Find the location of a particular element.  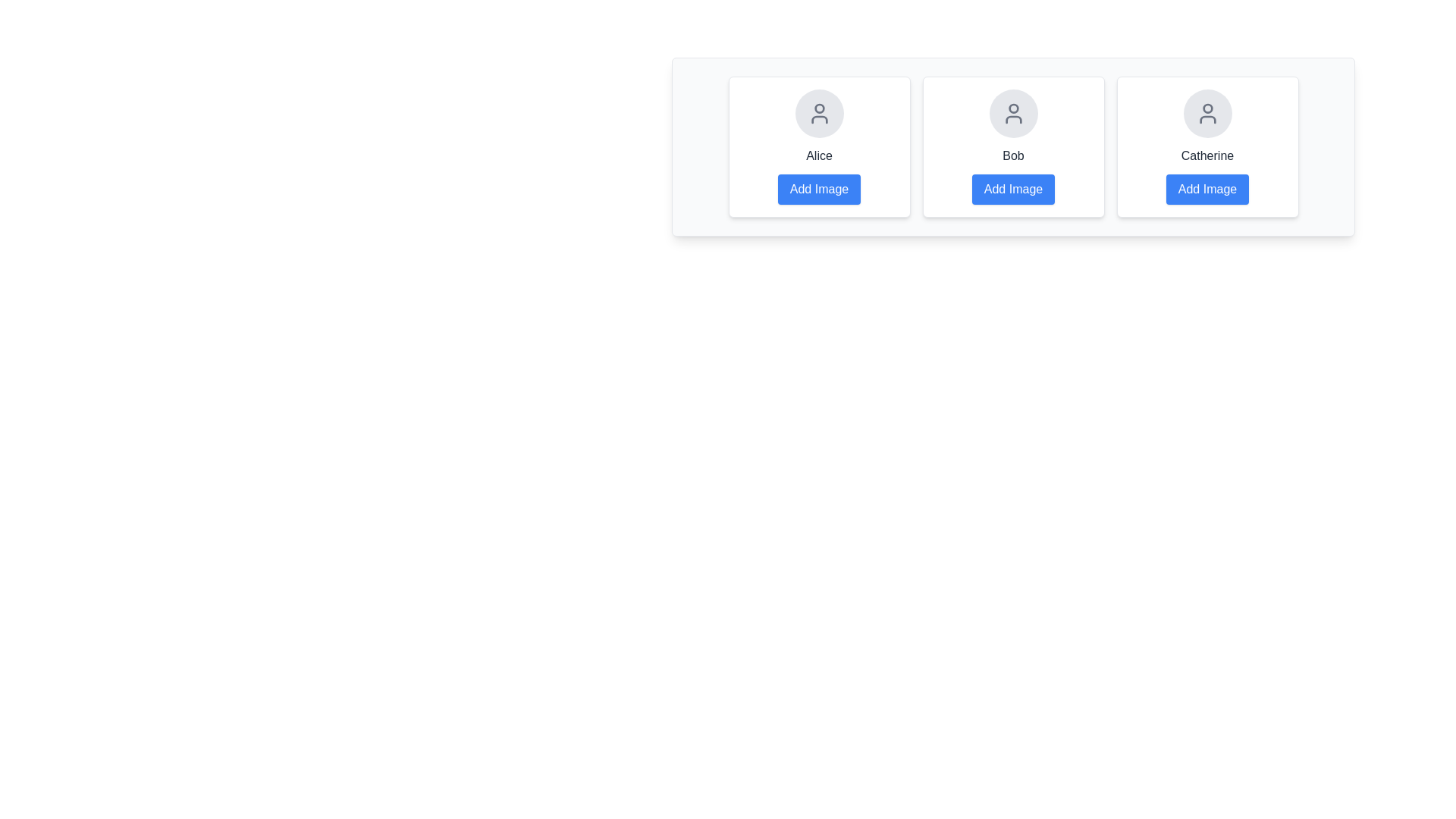

the user card of Catherine is located at coordinates (1207, 146).